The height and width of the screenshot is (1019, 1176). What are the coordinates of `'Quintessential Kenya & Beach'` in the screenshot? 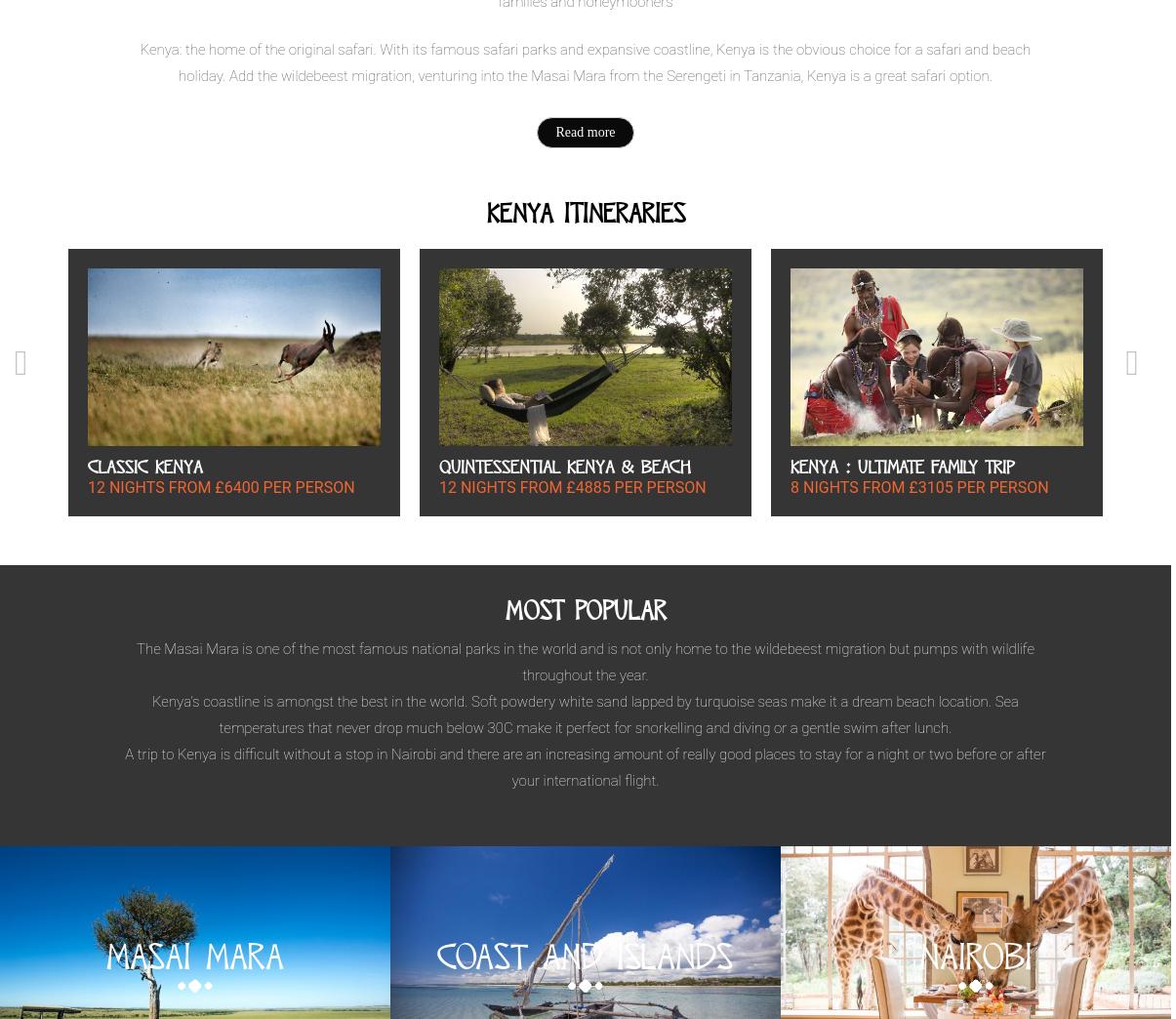 It's located at (564, 466).